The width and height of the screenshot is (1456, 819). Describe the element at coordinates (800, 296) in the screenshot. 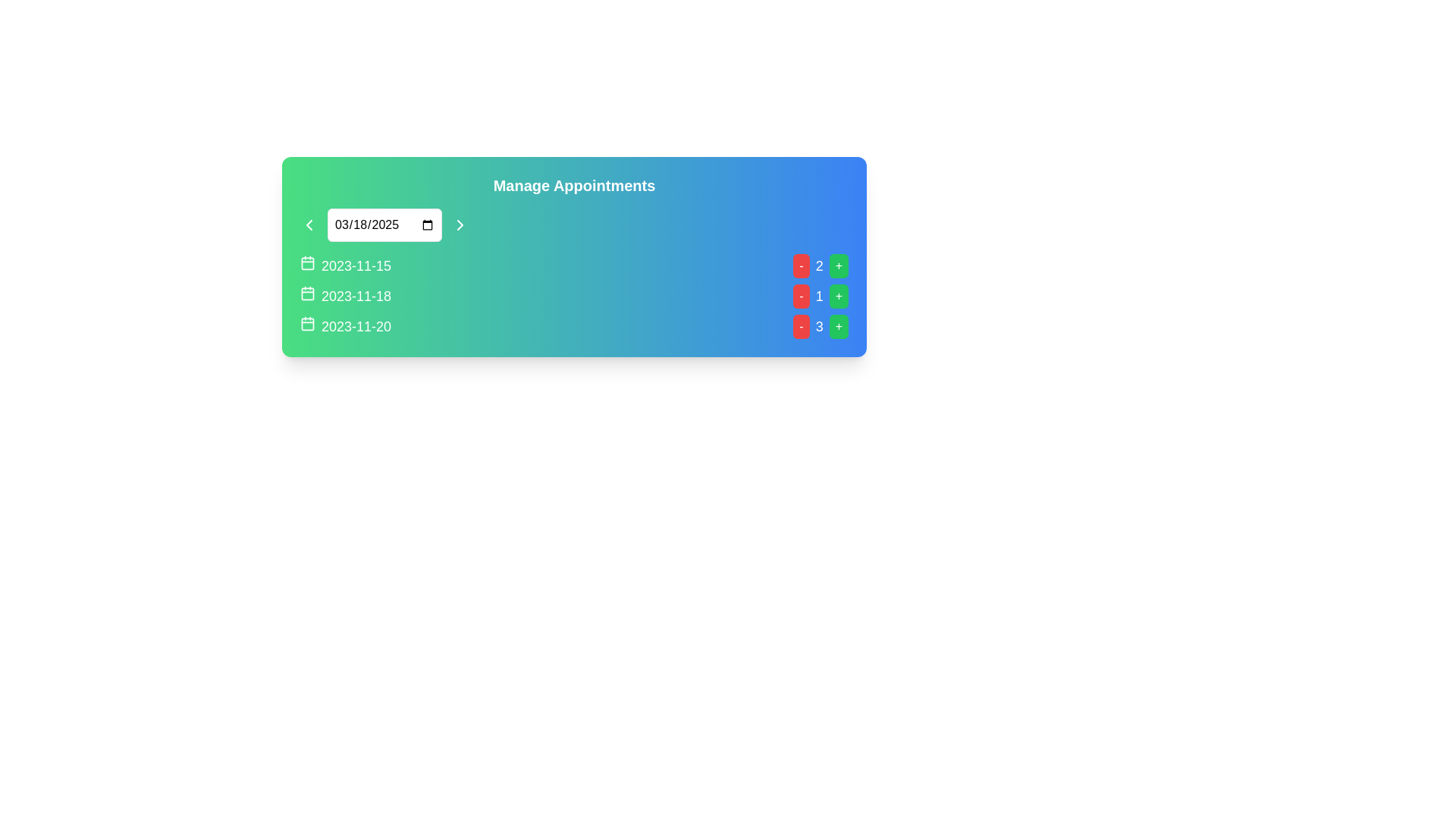

I see `the small red button with a minus sign ('-')` at that location.